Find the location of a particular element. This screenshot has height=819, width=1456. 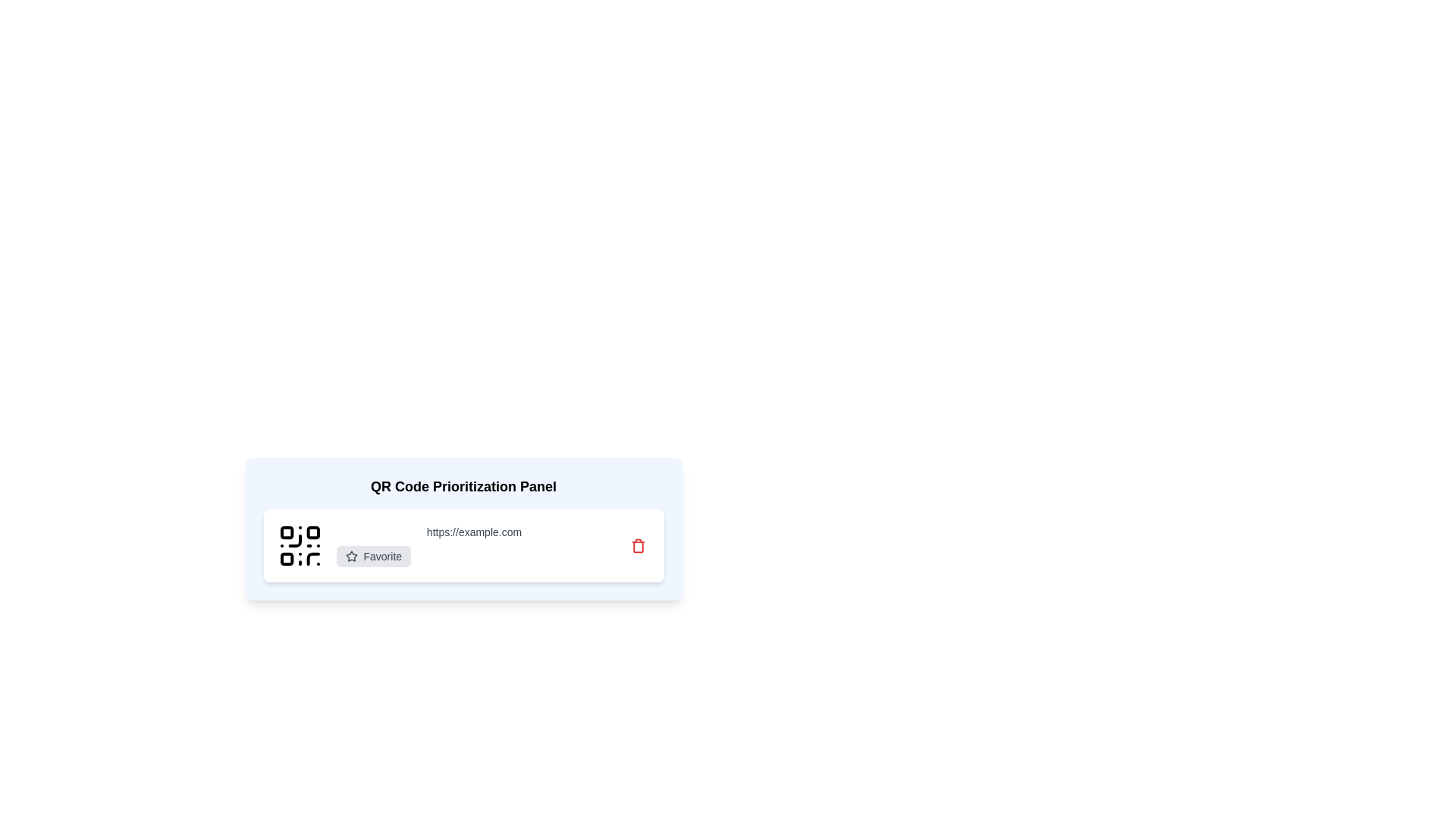

the gray button with rounded corners labeled 'Favorite' to mark it as favorite is located at coordinates (373, 556).